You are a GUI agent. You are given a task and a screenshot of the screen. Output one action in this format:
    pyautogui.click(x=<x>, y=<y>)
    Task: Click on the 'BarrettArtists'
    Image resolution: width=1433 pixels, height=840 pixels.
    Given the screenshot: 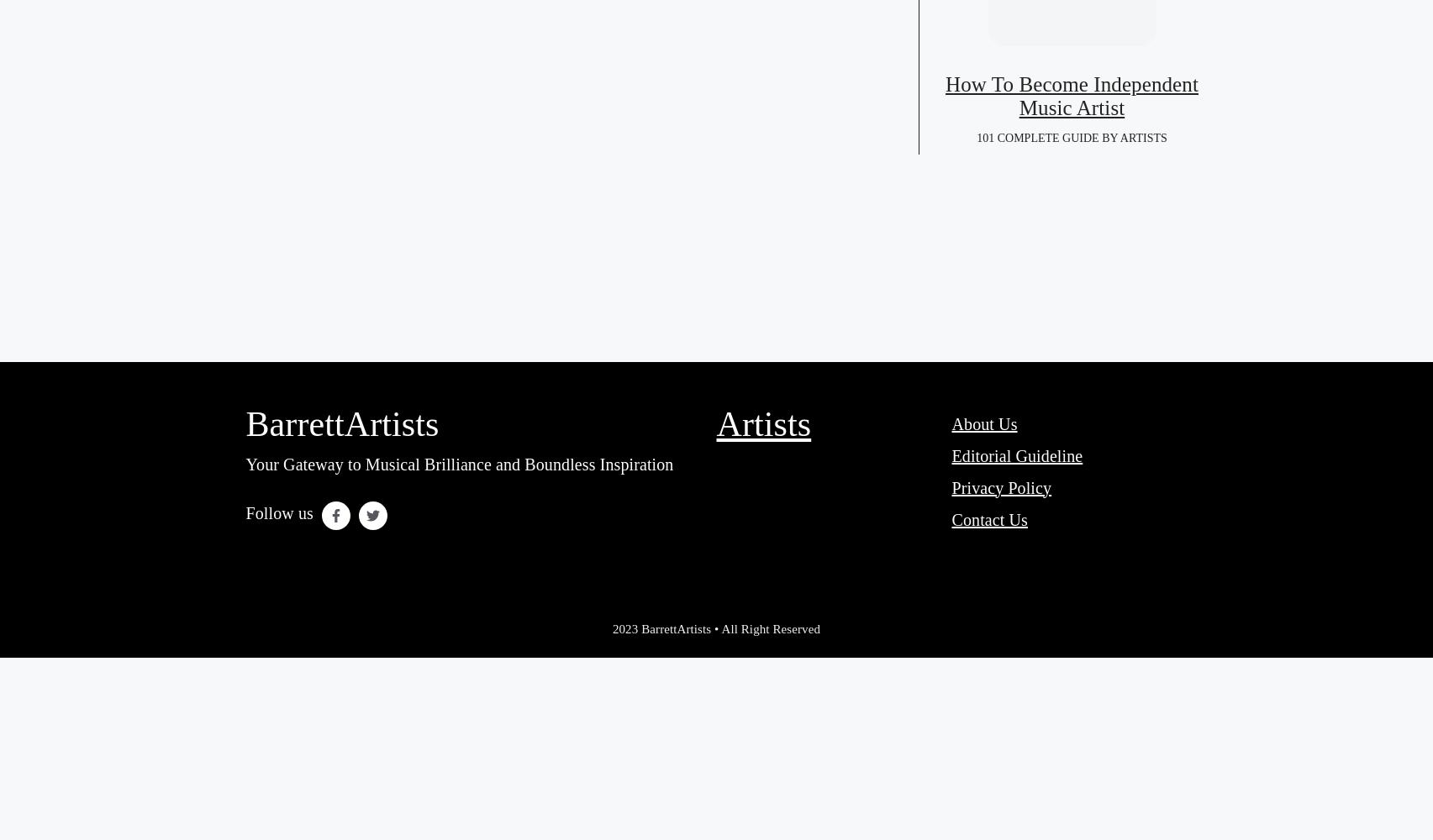 What is the action you would take?
    pyautogui.click(x=340, y=423)
    